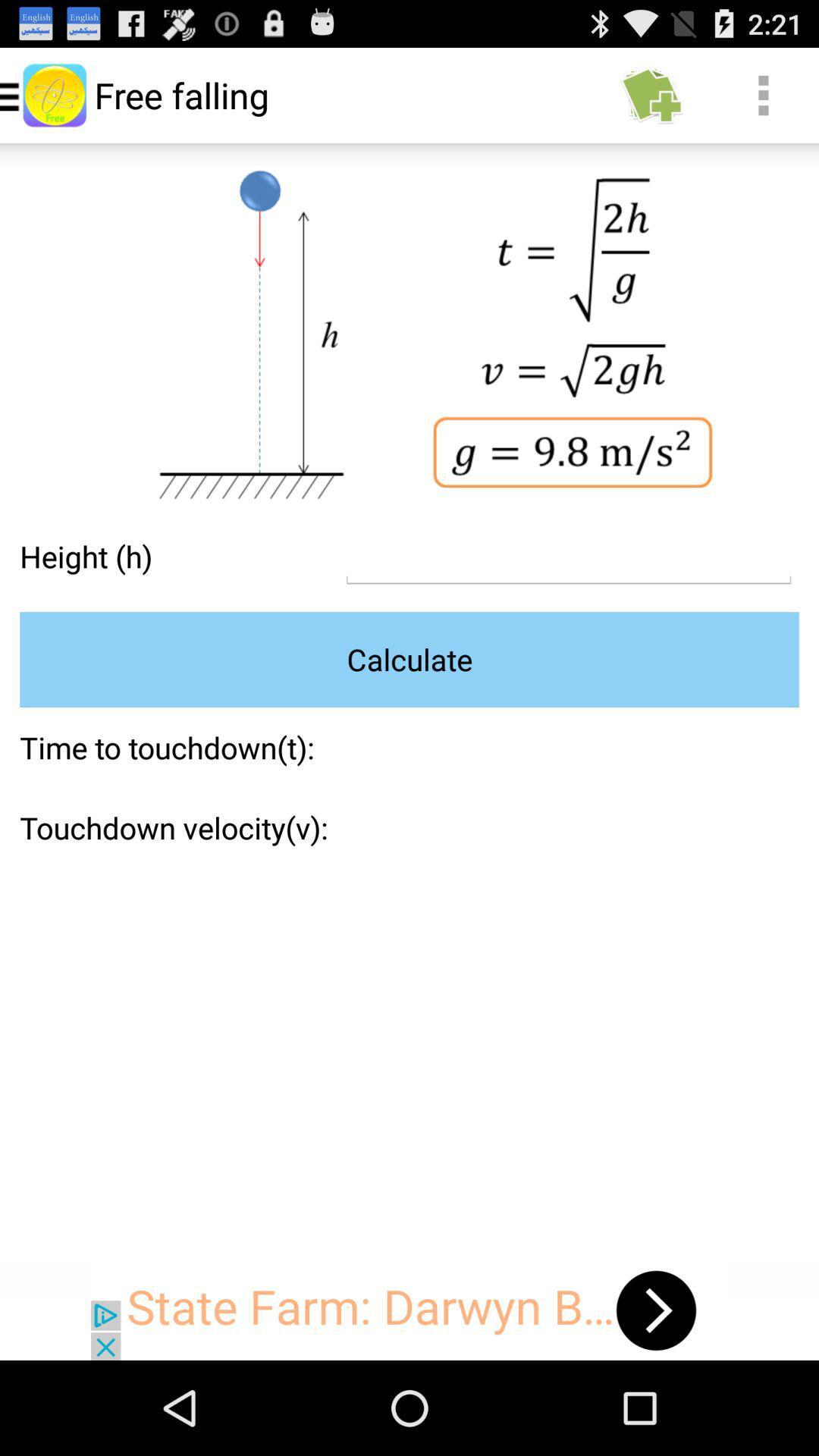 The image size is (819, 1456). Describe the element at coordinates (409, 1310) in the screenshot. I see `advertisement` at that location.